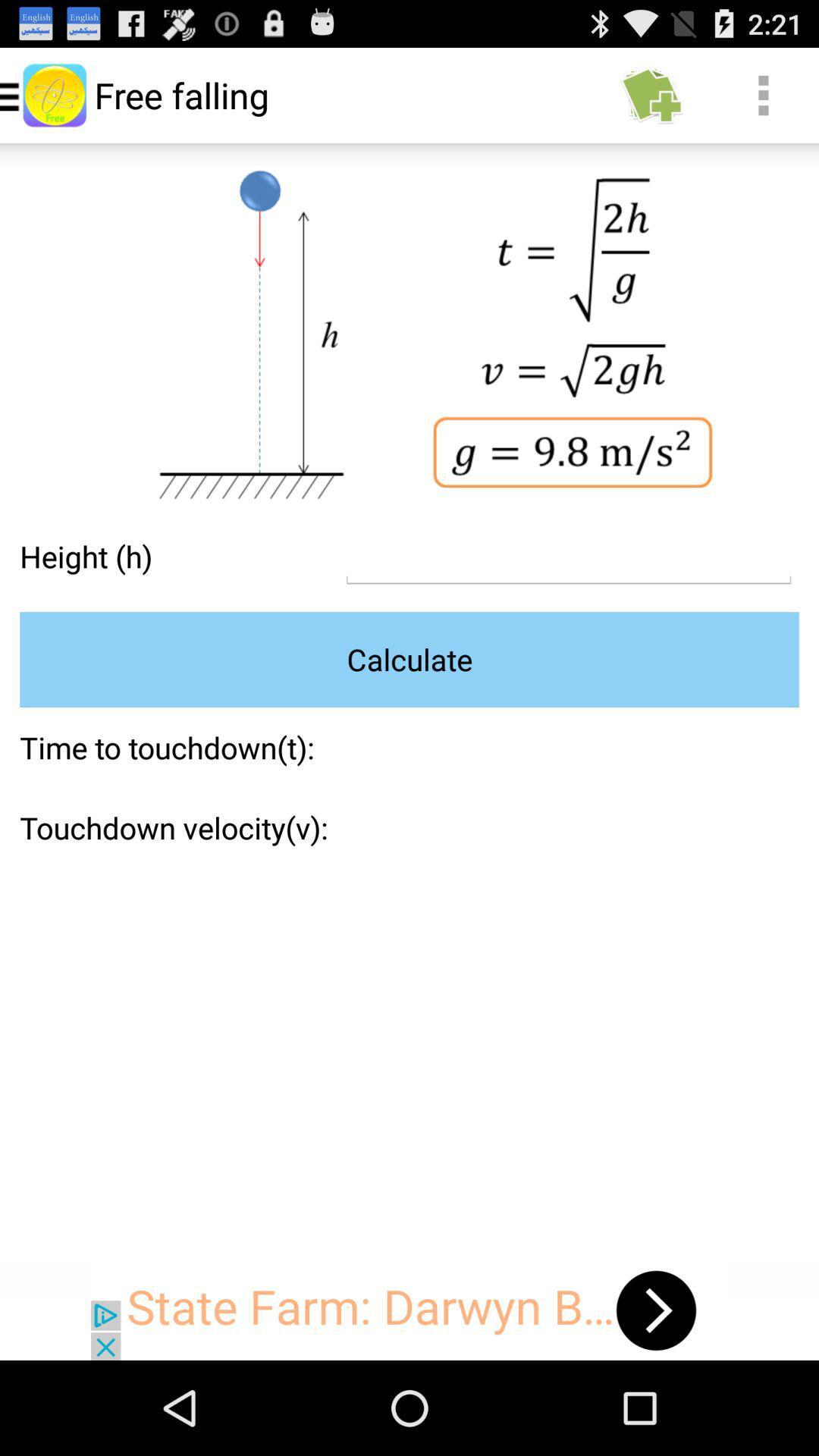 The image size is (819, 1456). Describe the element at coordinates (409, 1310) in the screenshot. I see `advertisement` at that location.